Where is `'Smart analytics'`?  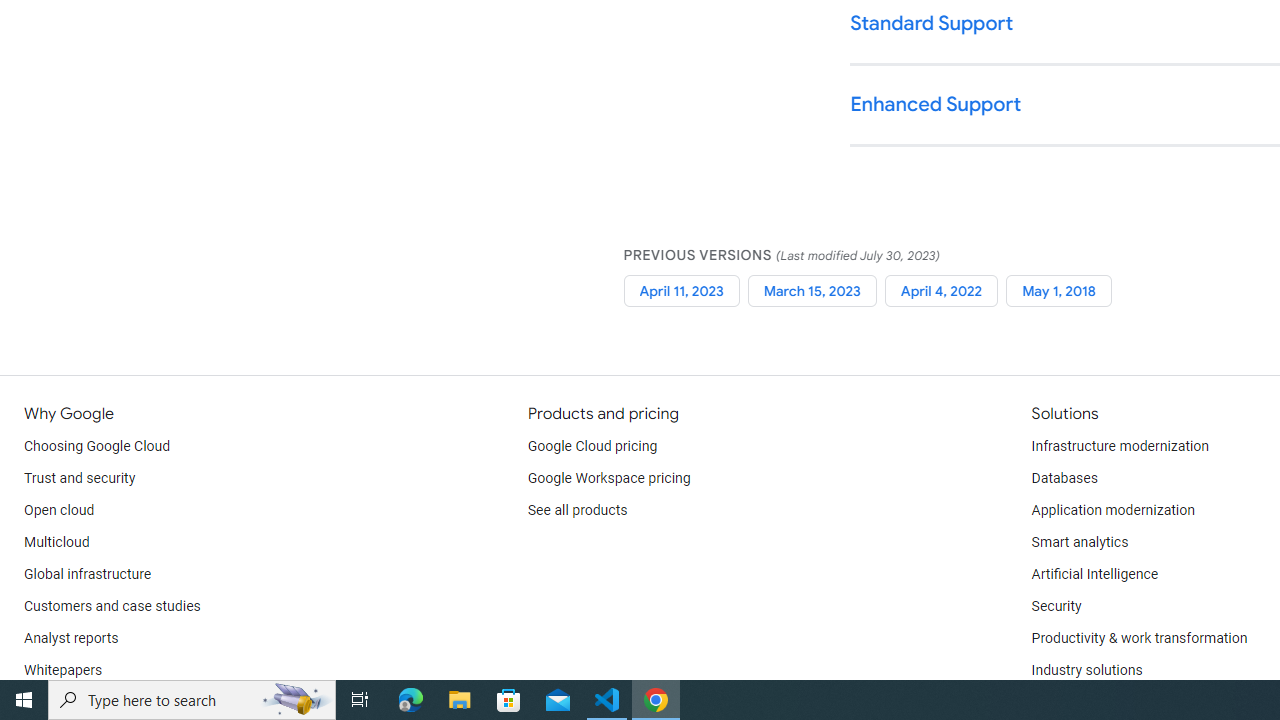
'Smart analytics' is located at coordinates (1078, 542).